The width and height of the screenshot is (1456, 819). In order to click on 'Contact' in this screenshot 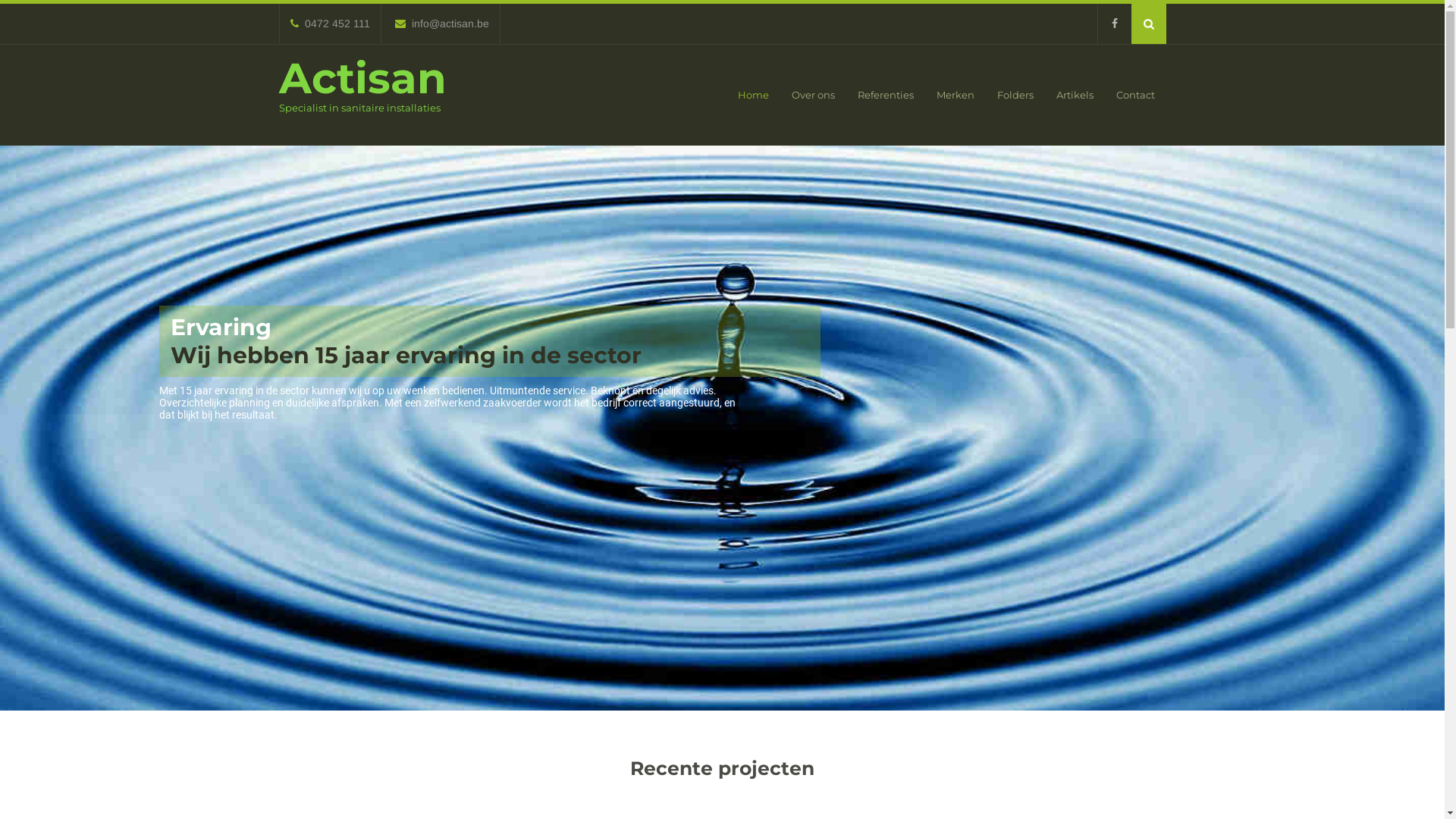, I will do `click(1134, 95)`.